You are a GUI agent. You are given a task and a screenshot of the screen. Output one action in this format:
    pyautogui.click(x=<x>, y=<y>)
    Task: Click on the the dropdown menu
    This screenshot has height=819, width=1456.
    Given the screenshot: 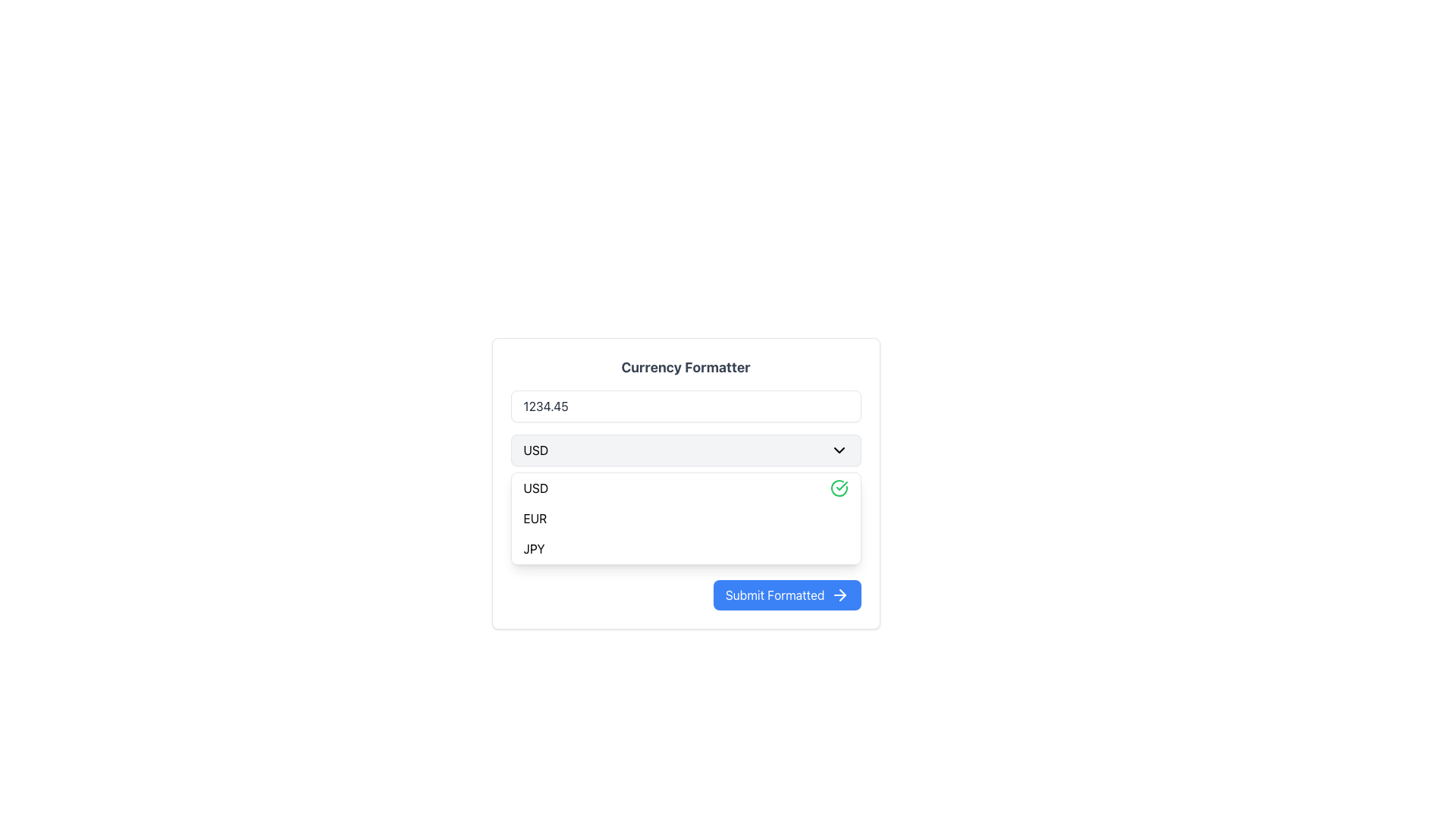 What is the action you would take?
    pyautogui.click(x=685, y=517)
    